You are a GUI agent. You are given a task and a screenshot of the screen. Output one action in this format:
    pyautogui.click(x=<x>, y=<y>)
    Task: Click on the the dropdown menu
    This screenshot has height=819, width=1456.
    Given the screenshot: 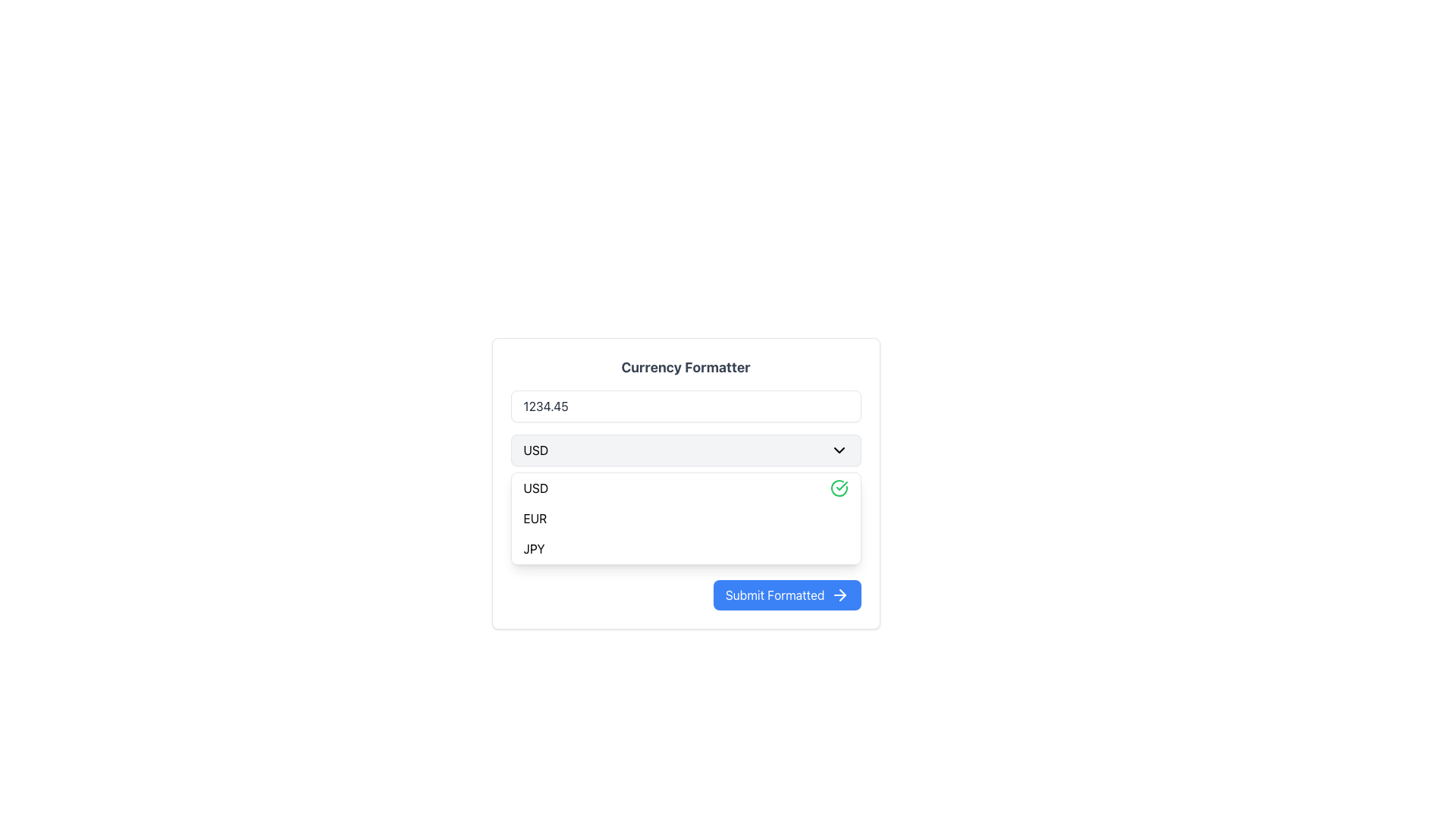 What is the action you would take?
    pyautogui.click(x=685, y=517)
    